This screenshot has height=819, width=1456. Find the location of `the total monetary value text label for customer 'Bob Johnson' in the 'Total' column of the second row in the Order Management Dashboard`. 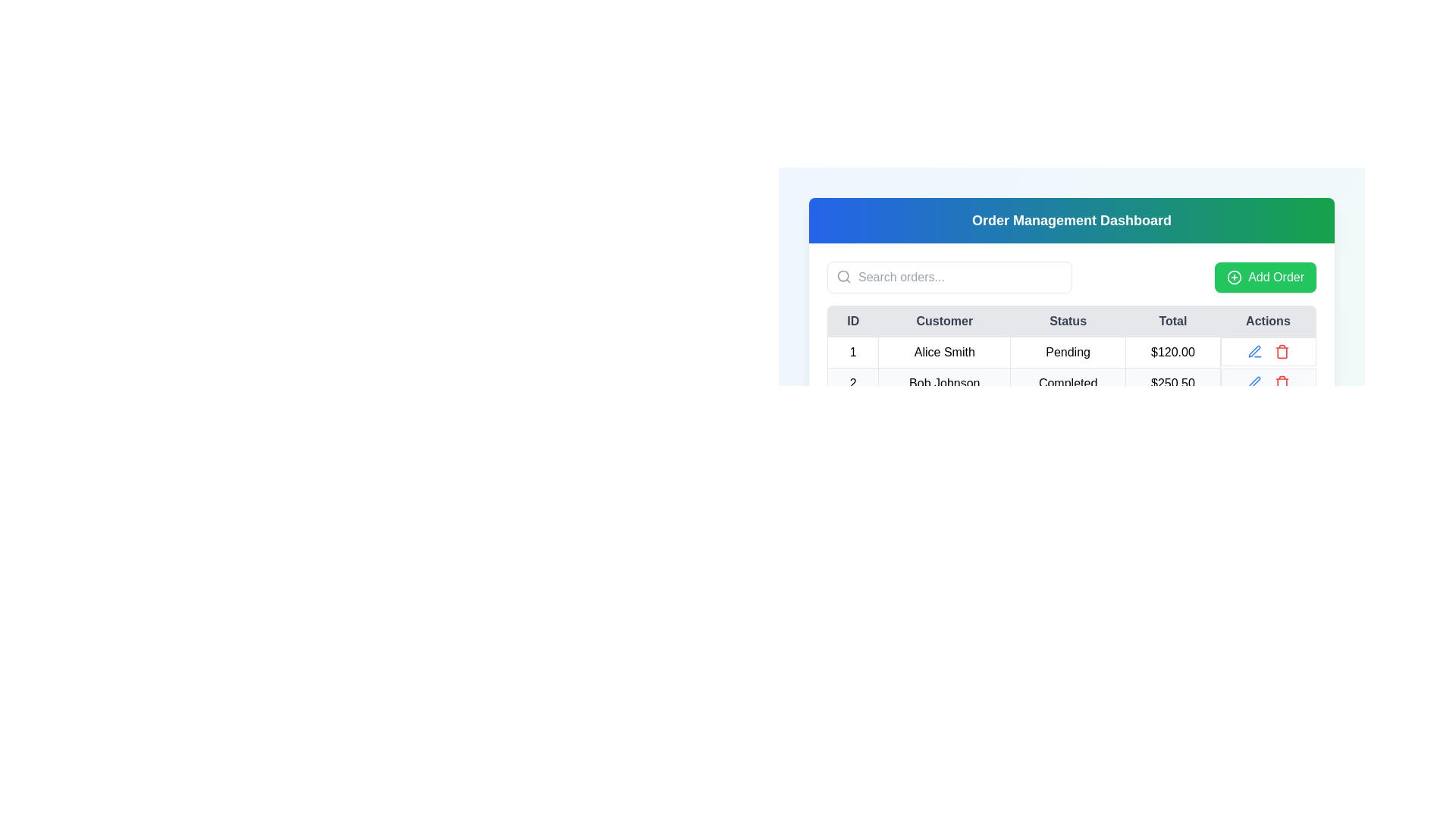

the total monetary value text label for customer 'Bob Johnson' in the 'Total' column of the second row in the Order Management Dashboard is located at coordinates (1172, 382).